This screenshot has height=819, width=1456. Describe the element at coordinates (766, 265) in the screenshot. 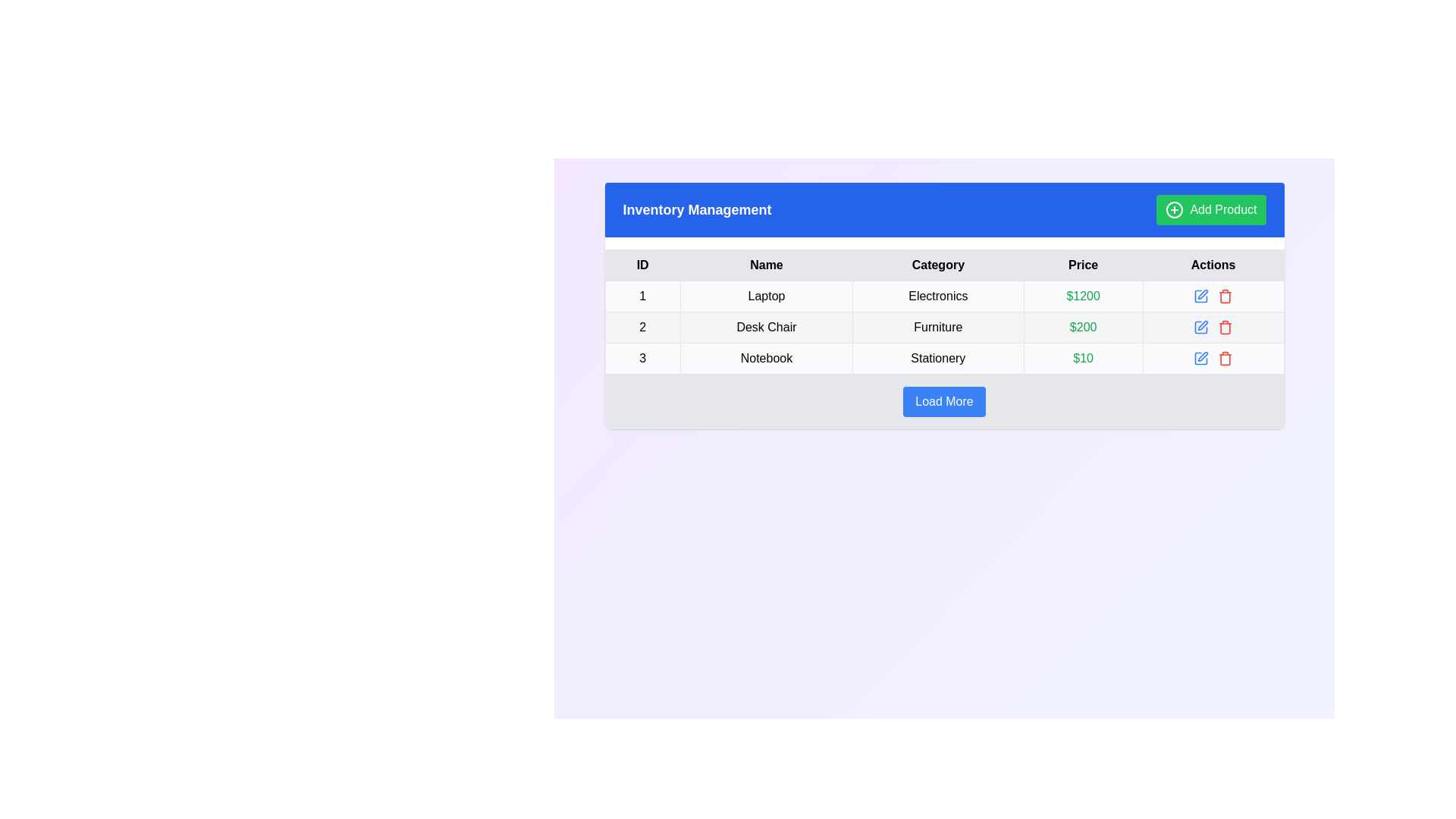

I see `the 'Name' column header cell in the table, which is the second header between 'ID' and 'Category'` at that location.